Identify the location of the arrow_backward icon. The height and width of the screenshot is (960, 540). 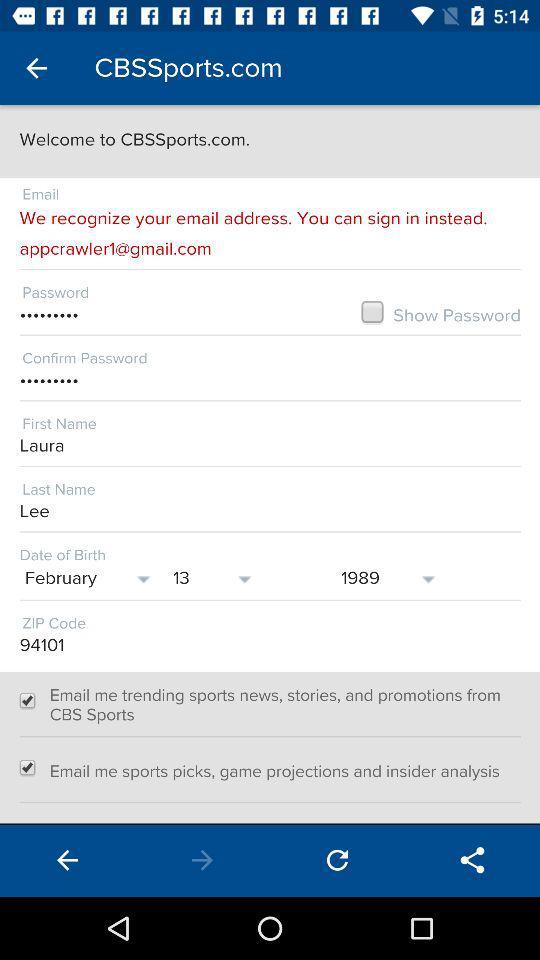
(67, 859).